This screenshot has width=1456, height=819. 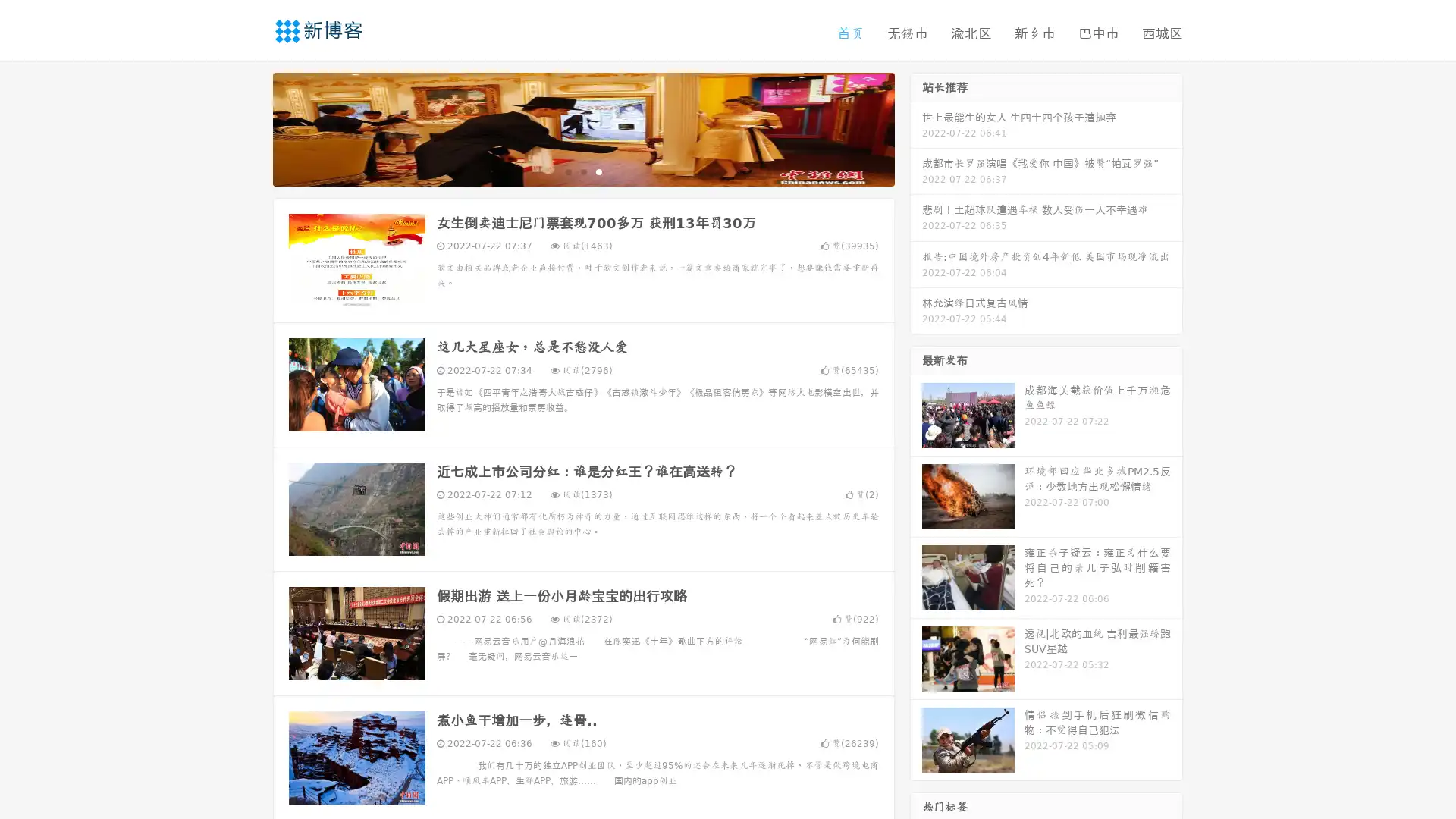 I want to click on Go to slide 2, so click(x=582, y=171).